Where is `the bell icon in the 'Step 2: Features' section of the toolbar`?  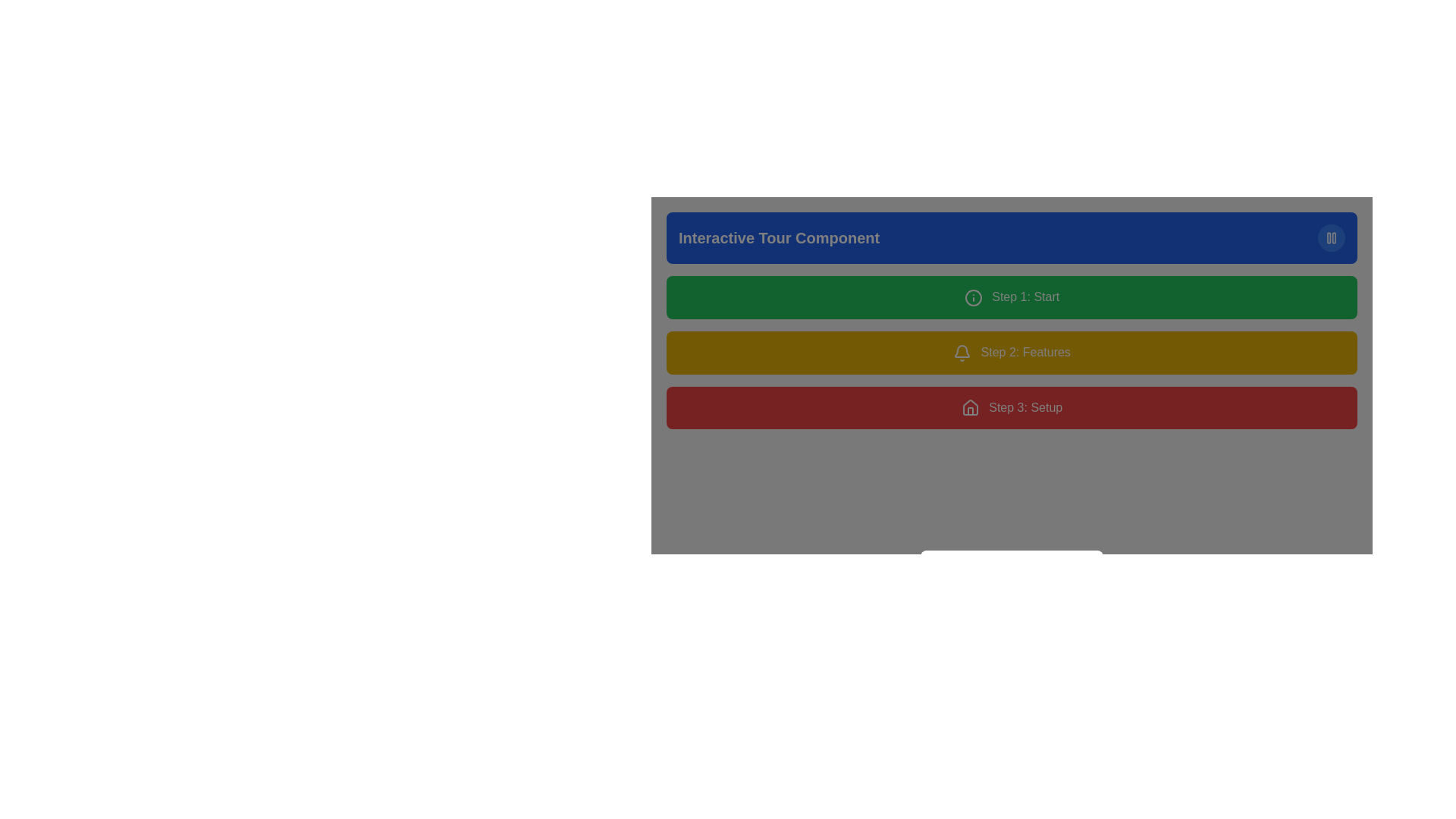
the bell icon in the 'Step 2: Features' section of the toolbar is located at coordinates (962, 350).